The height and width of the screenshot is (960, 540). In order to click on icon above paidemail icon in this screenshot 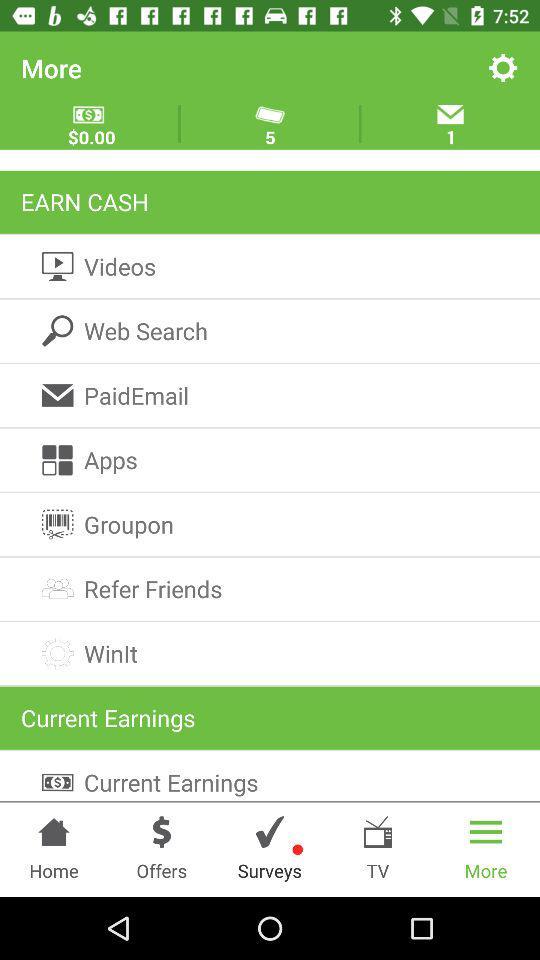, I will do `click(270, 331)`.